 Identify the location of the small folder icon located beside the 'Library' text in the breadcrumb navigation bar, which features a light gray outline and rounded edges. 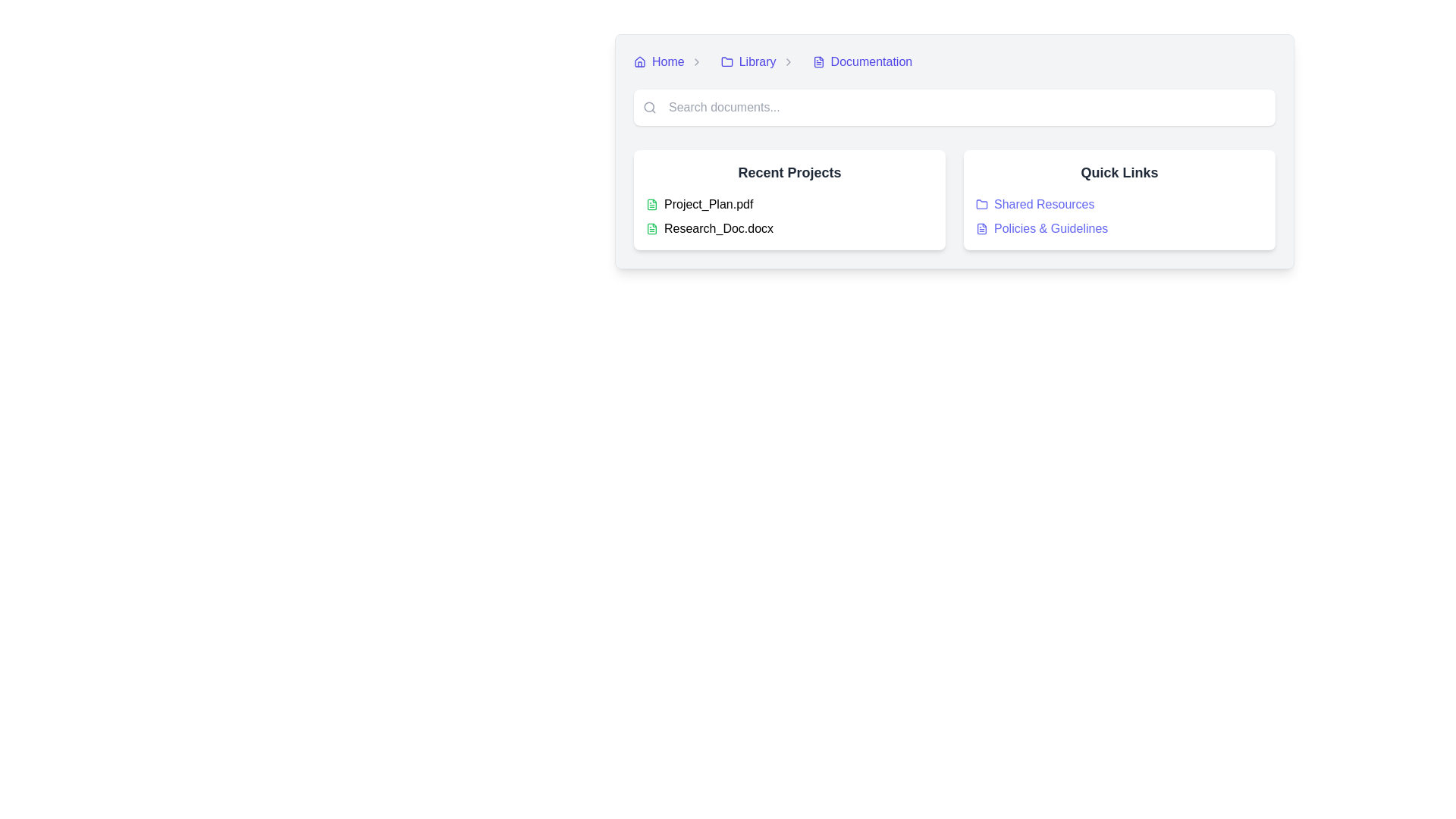
(726, 61).